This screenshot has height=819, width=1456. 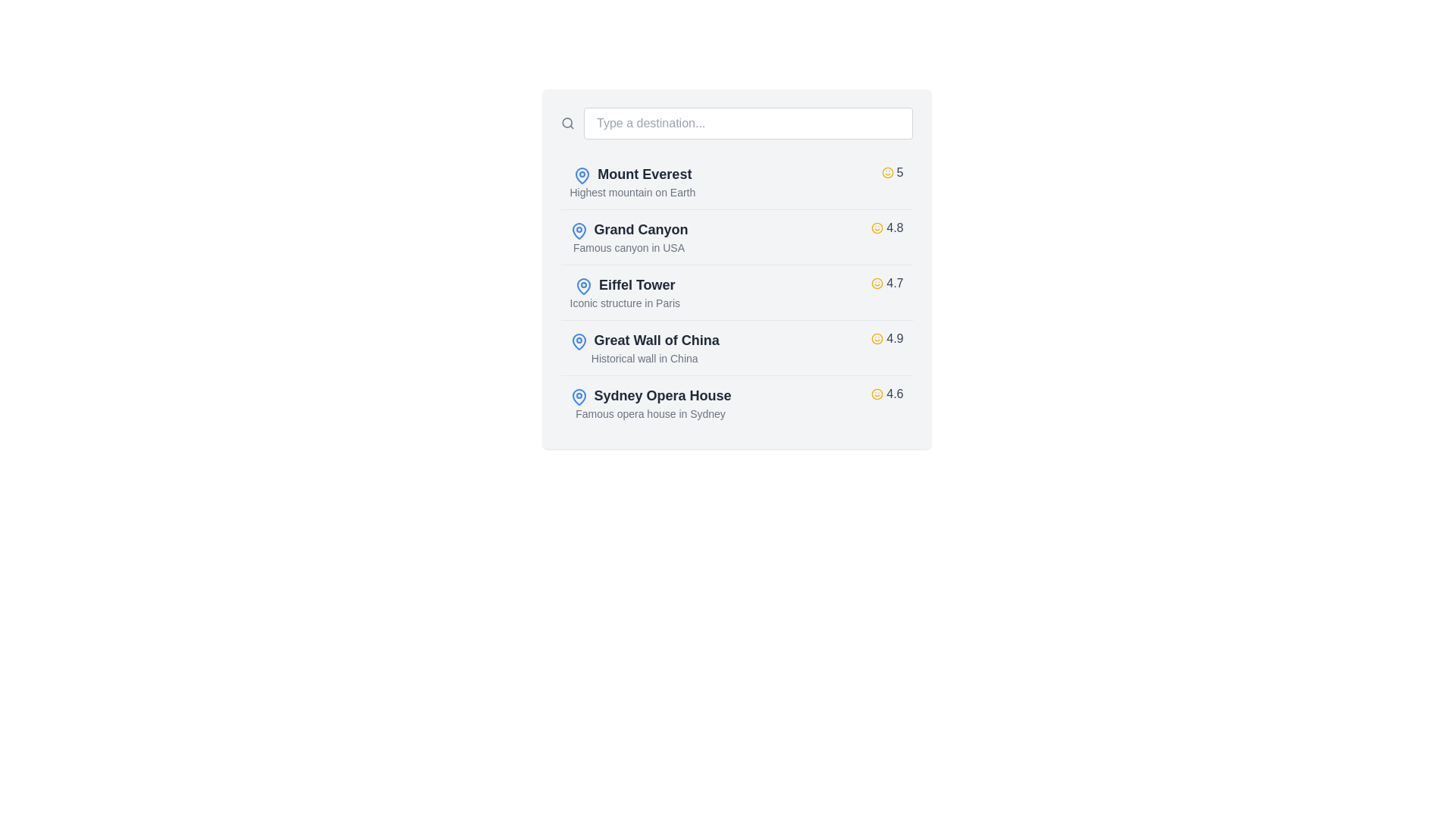 I want to click on the text label displaying '4.8', which is styled in gray and positioned next to a smiley face icon, indicating a rating for 'Grand Canyon', so click(x=895, y=227).